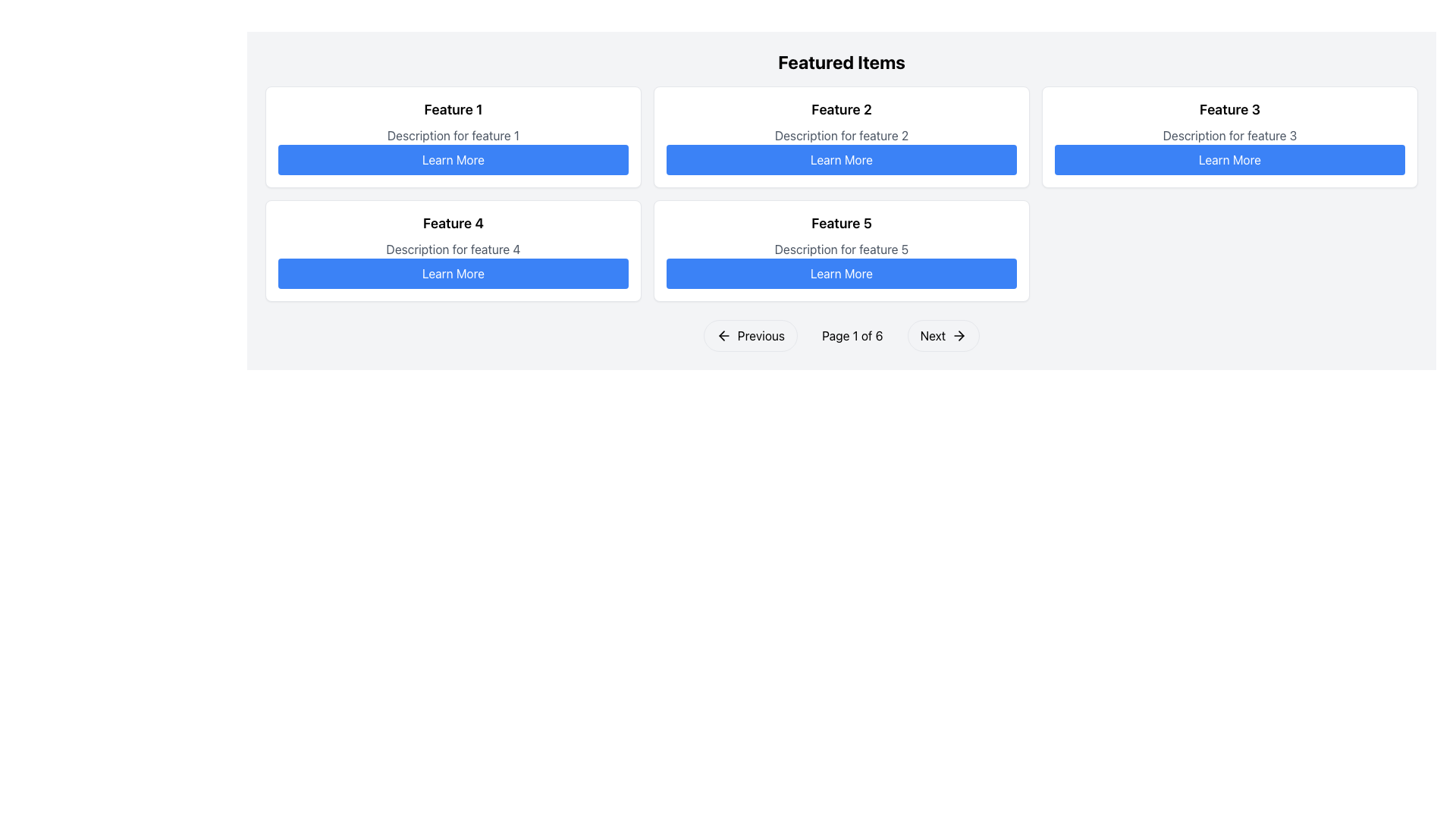 The height and width of the screenshot is (819, 1456). What do you see at coordinates (840, 160) in the screenshot?
I see `the button located at the bottom of the 'Feature 2' card, beneath the description text 'Description for feature 2'` at bounding box center [840, 160].